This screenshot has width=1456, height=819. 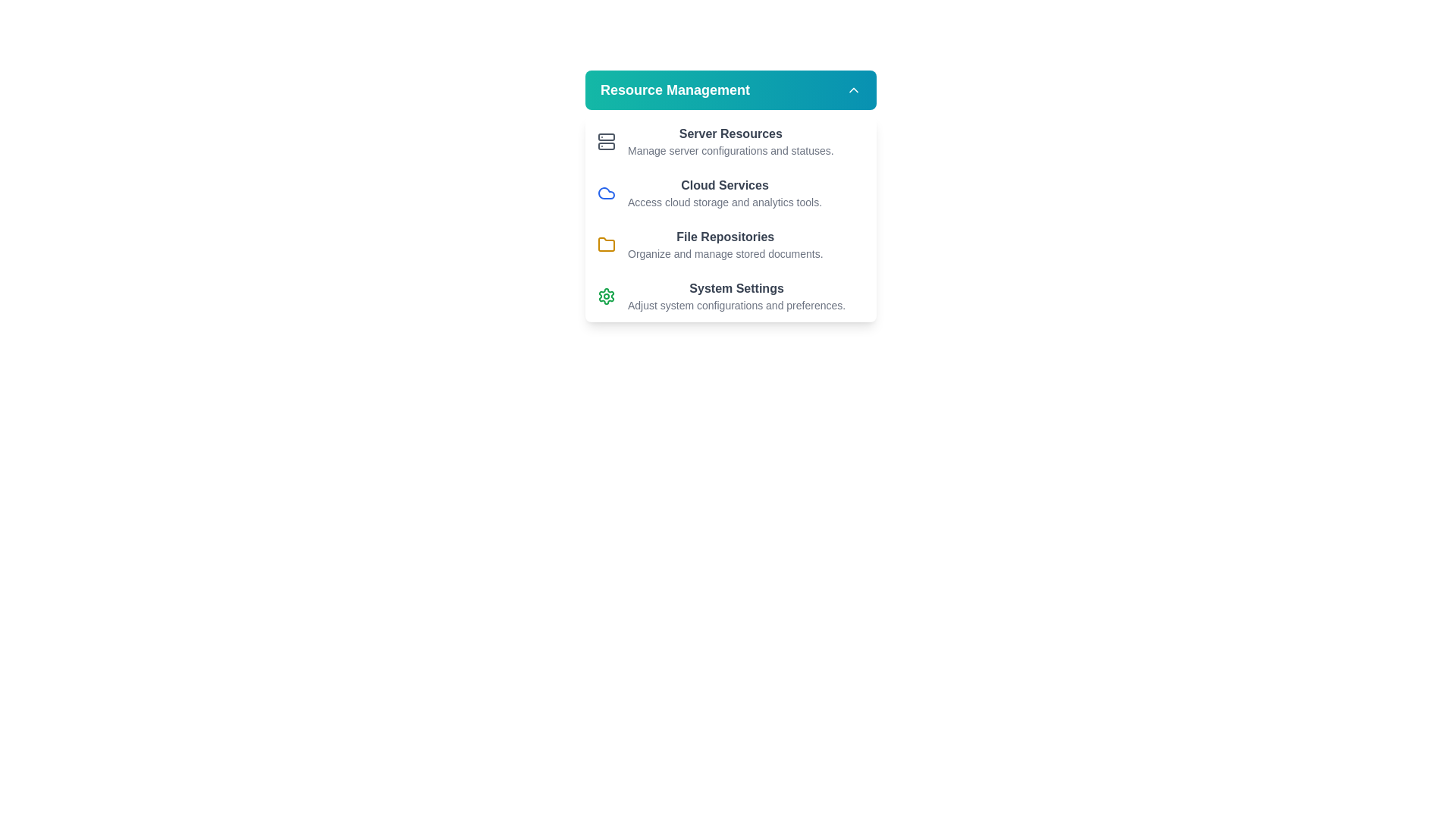 What do you see at coordinates (723, 201) in the screenshot?
I see `the text that provides additional information about the 'Cloud Services' section, which is located directly below the 'Cloud Services' heading in the vertically arranged menu` at bounding box center [723, 201].